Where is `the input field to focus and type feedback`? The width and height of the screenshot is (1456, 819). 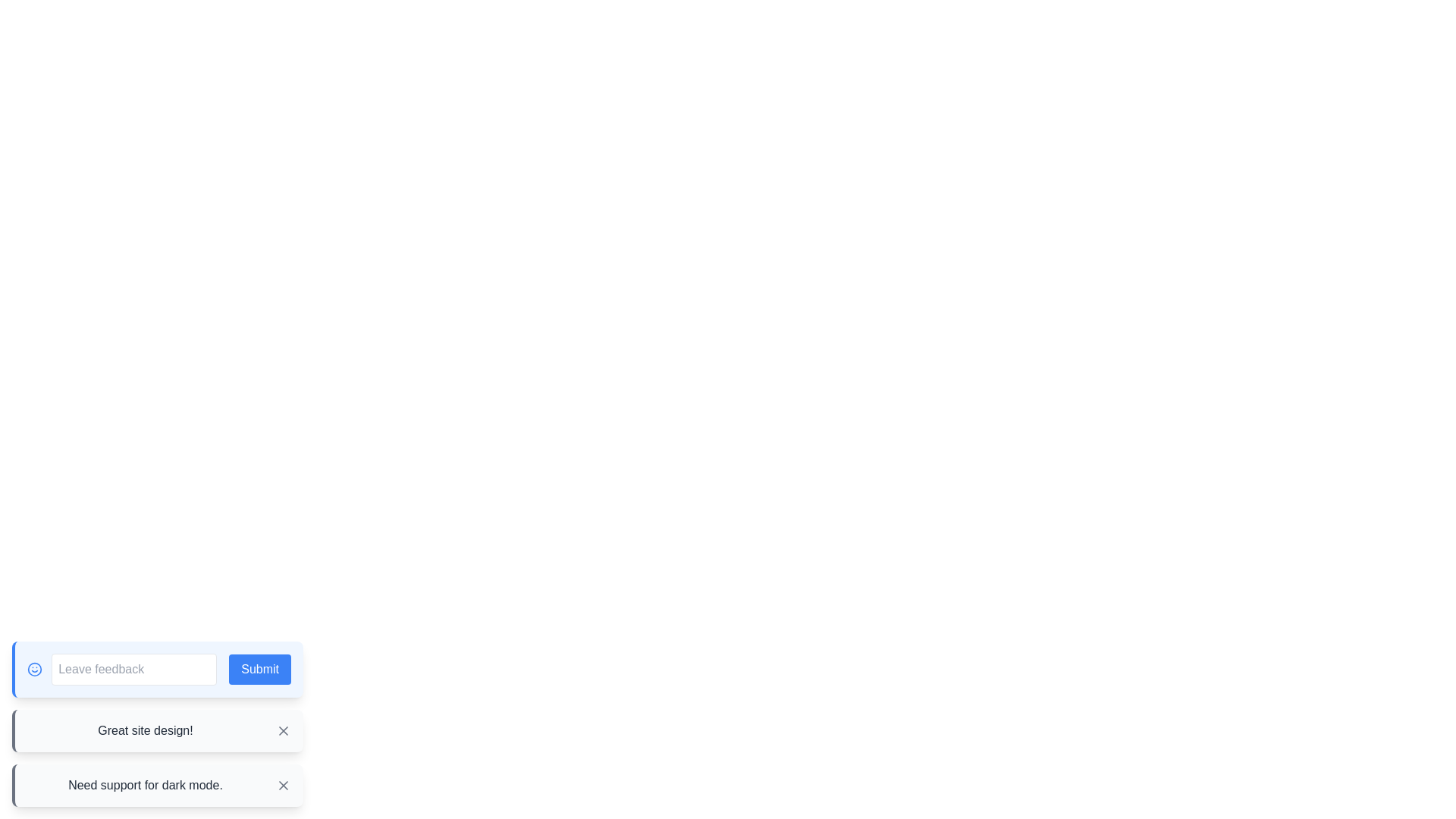
the input field to focus and type feedback is located at coordinates (134, 669).